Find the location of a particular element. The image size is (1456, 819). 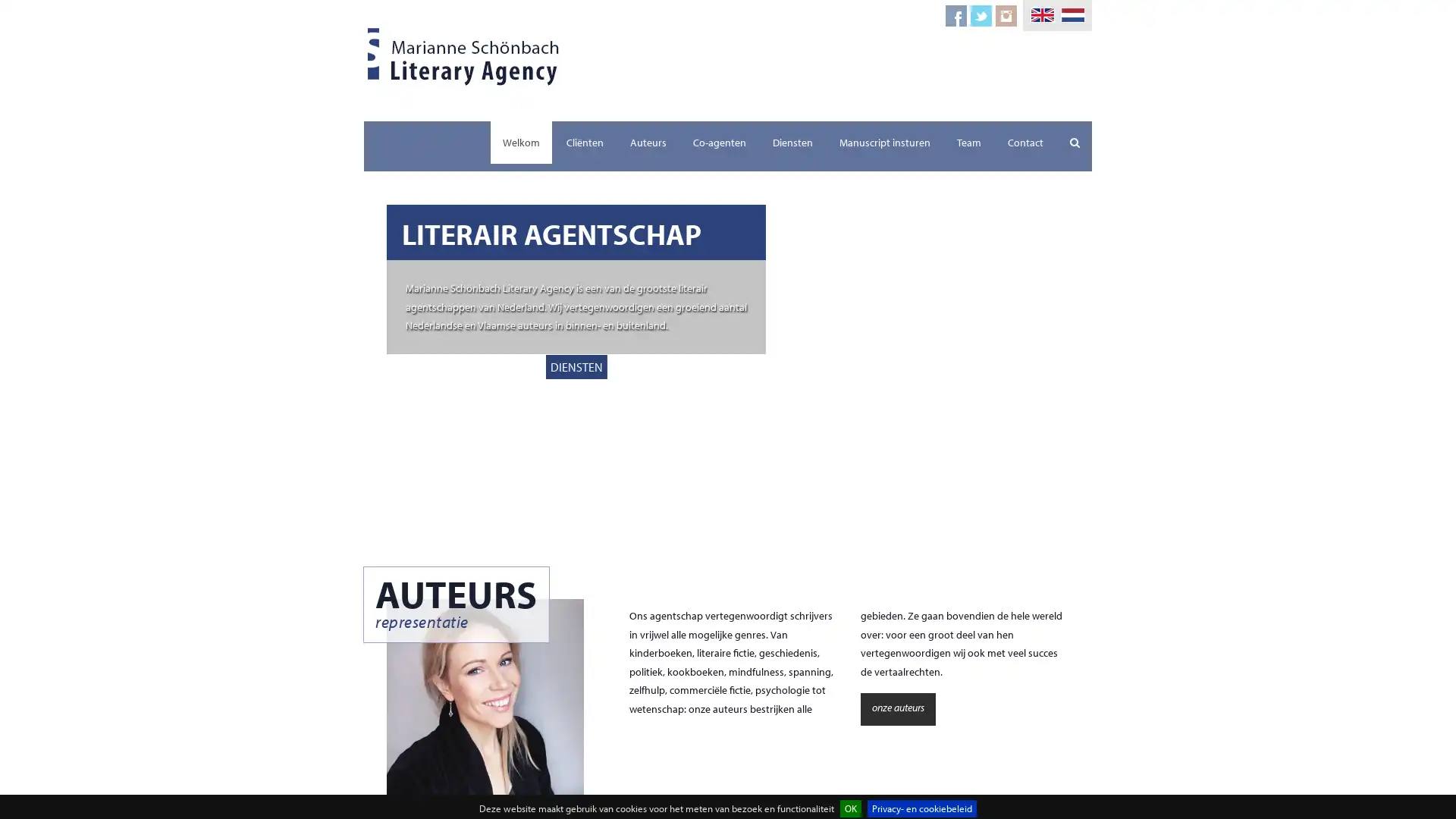

onze auteurs is located at coordinates (897, 709).